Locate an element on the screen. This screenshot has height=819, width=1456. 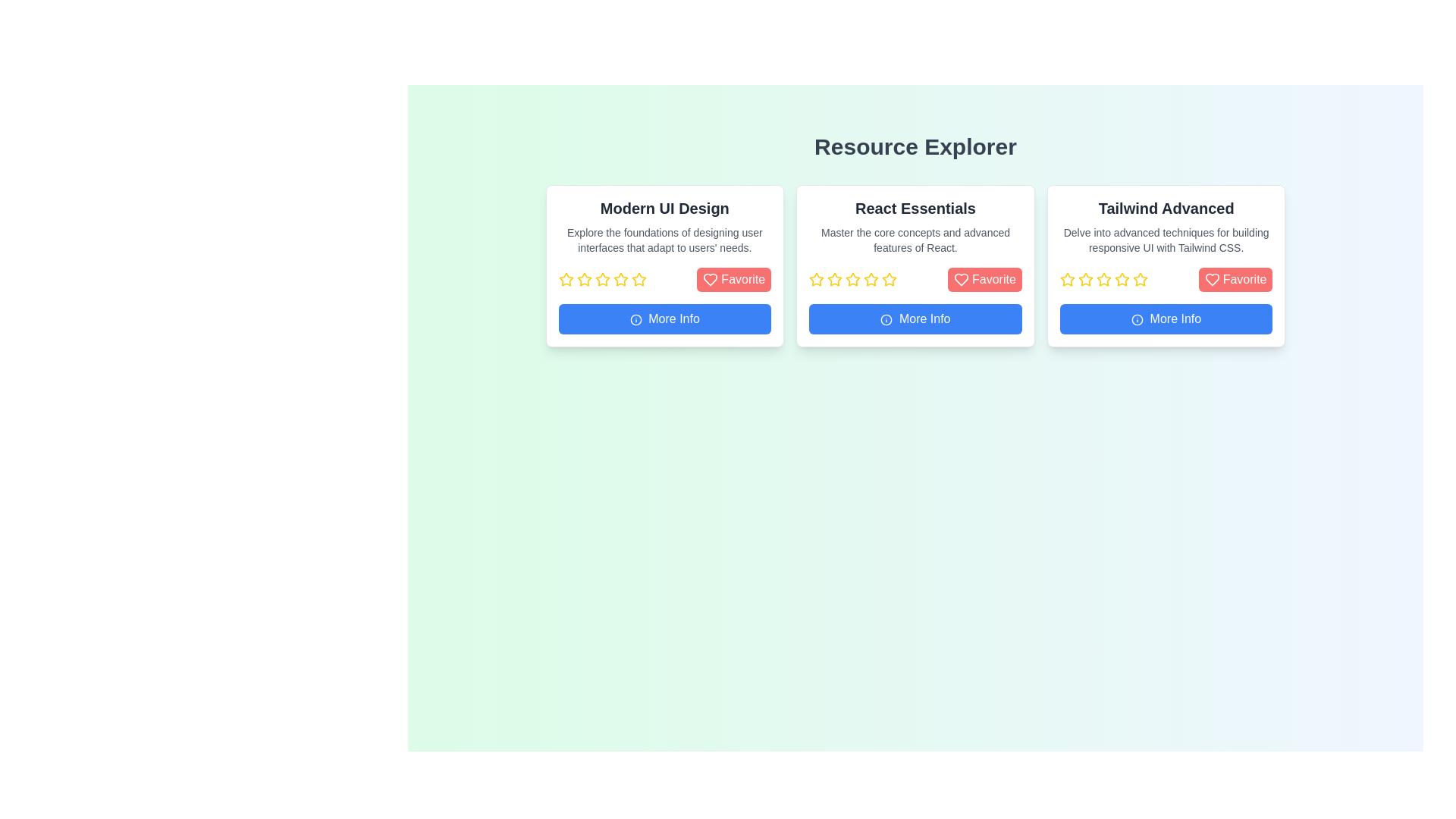
the rectangular button with a blue background and white text reading 'More Info' to trigger hover effects is located at coordinates (915, 318).